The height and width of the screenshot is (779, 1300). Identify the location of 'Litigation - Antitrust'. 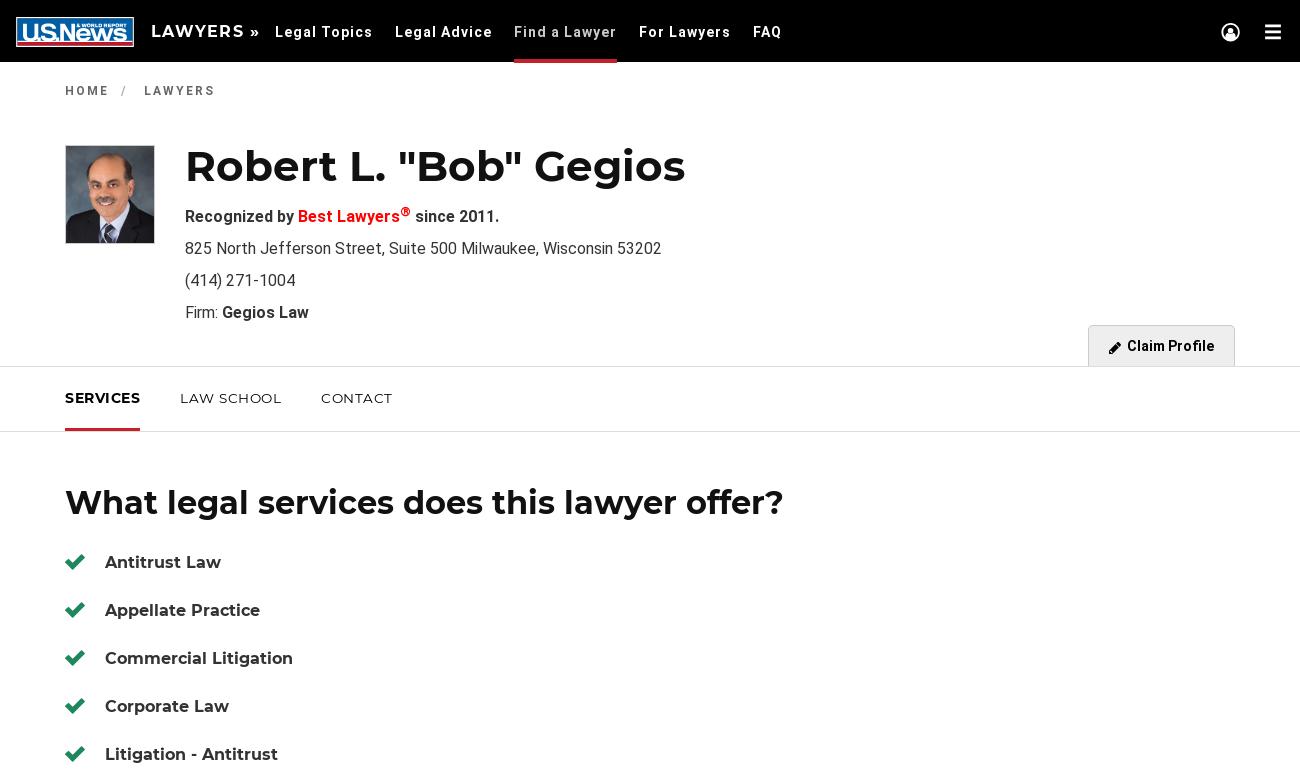
(191, 753).